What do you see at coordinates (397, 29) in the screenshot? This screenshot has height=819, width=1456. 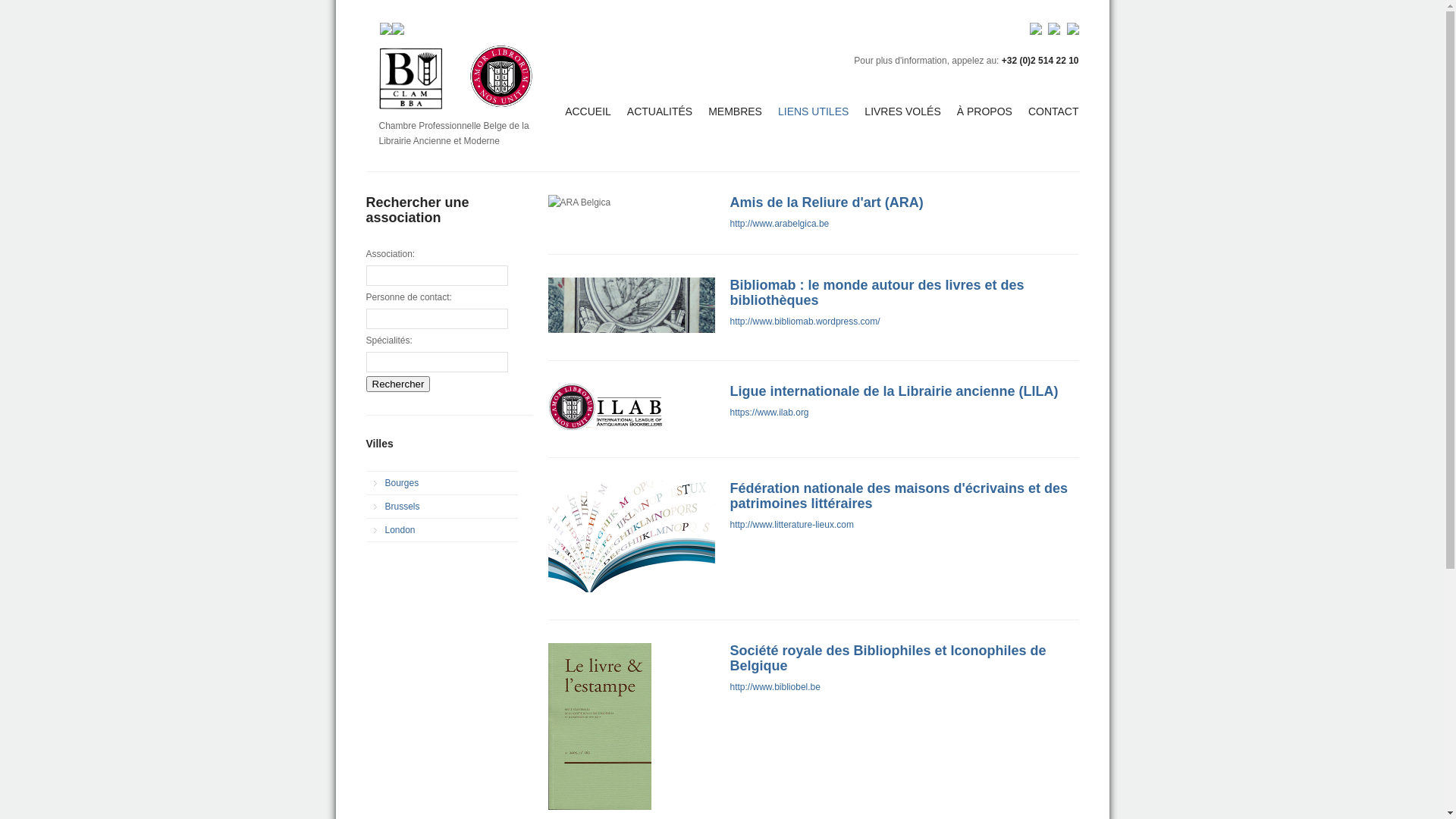 I see `'Twitter'` at bounding box center [397, 29].